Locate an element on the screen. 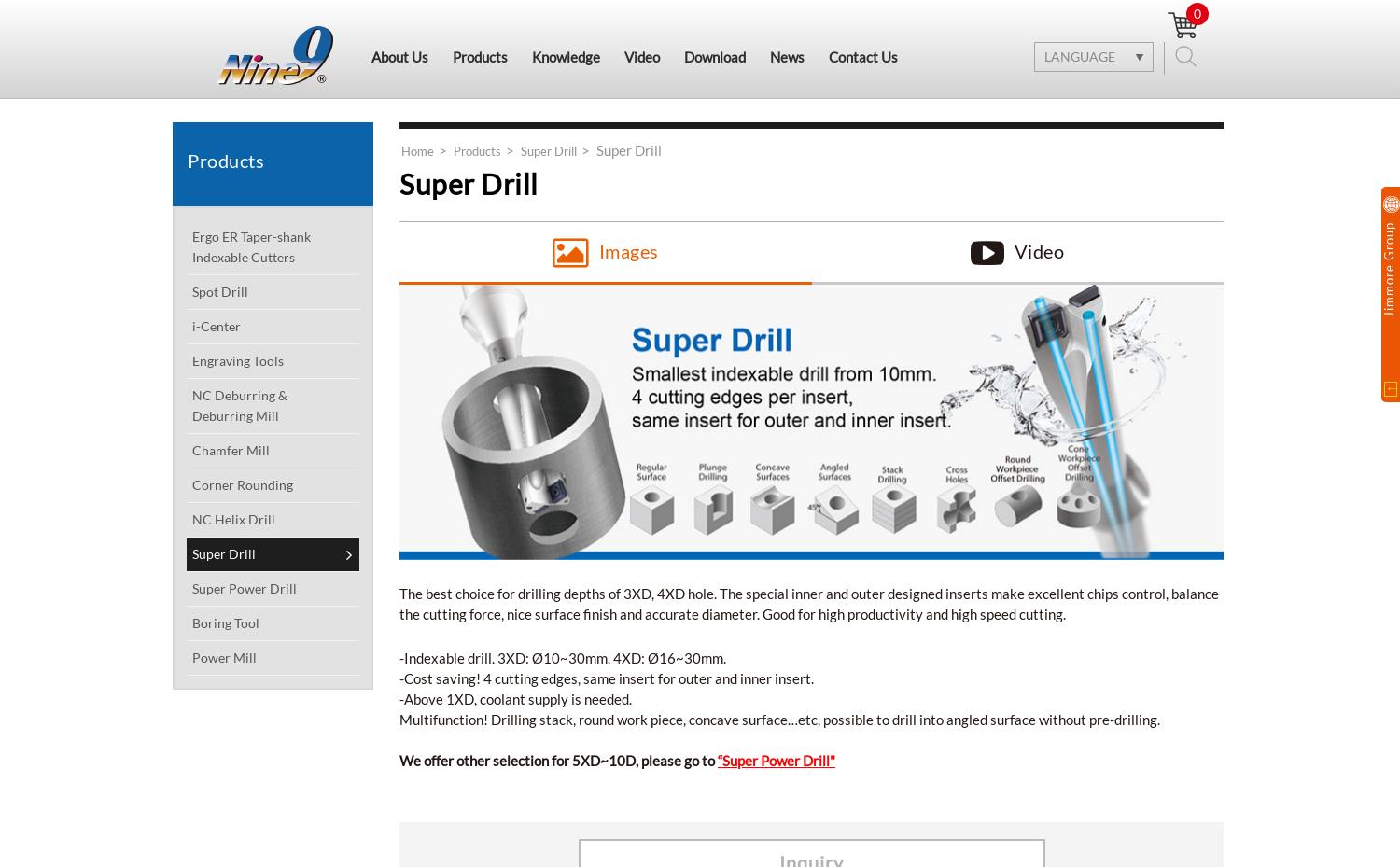  'Spot Drill' is located at coordinates (218, 291).